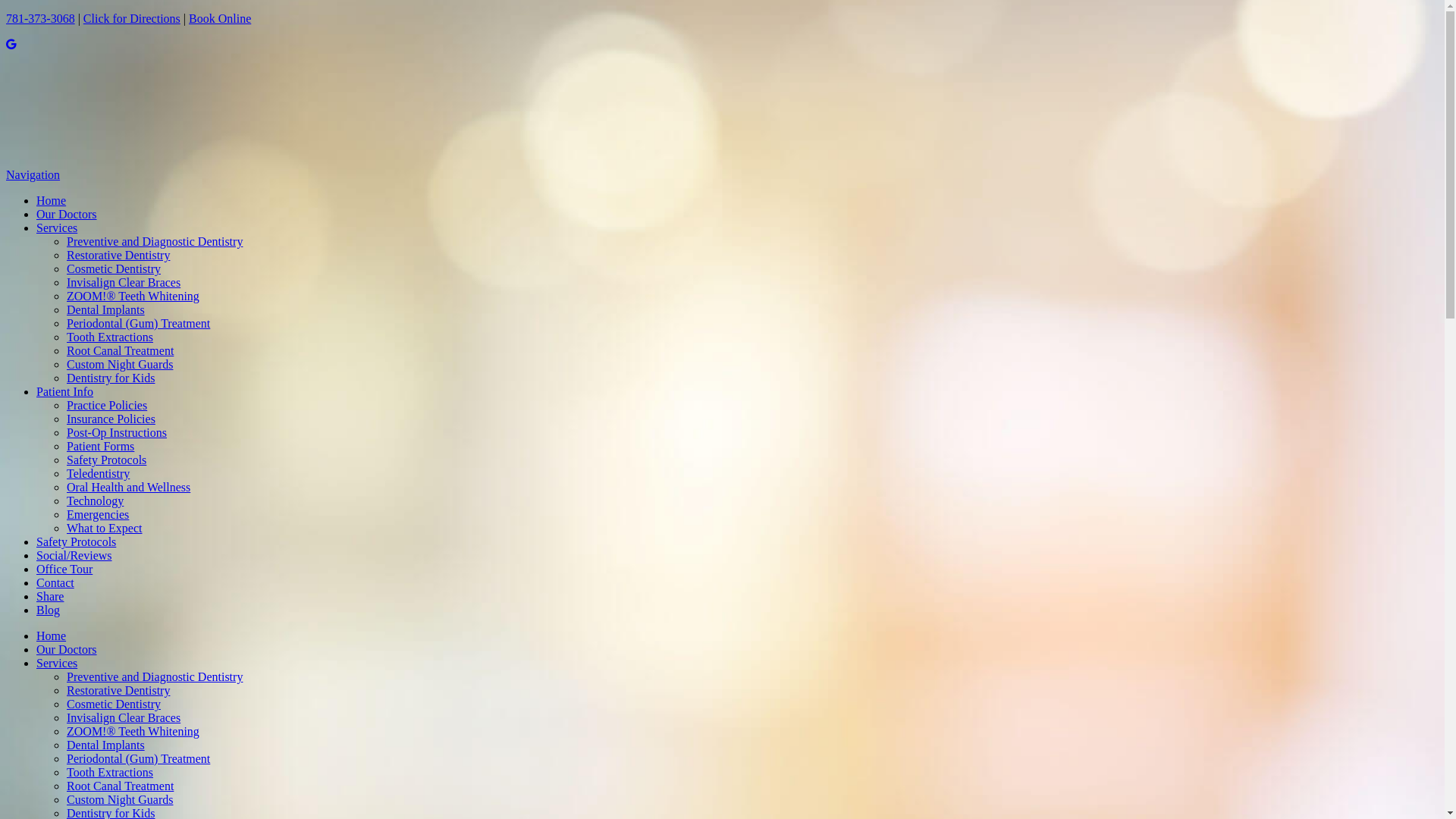 The width and height of the screenshot is (1456, 819). I want to click on 'Patient Info', so click(64, 391).